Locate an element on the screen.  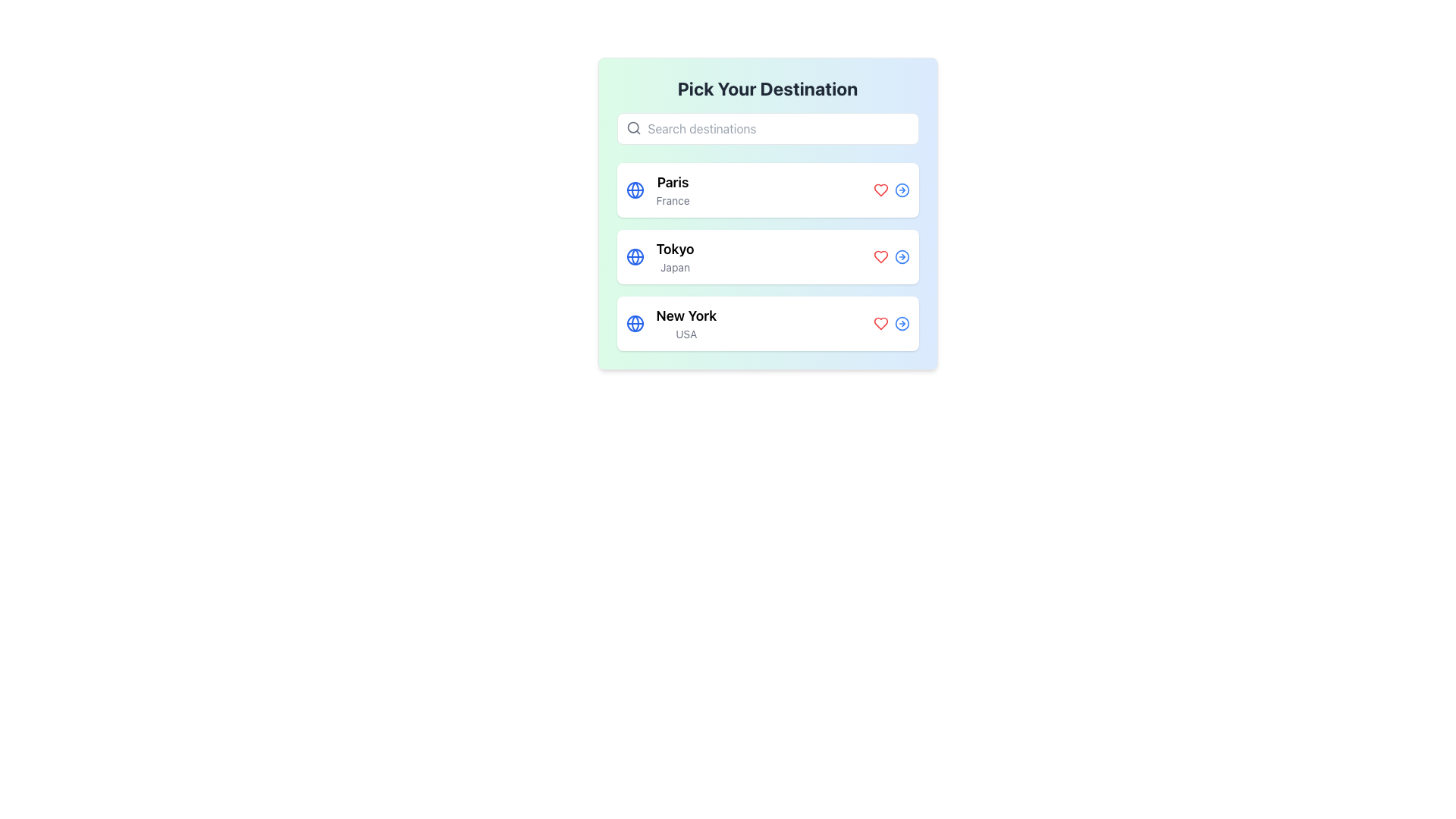
text information from the Label displaying 'Tokyo' in a bold font, located in the middle item of the vertical list of destinations, below the header 'Pick Your Destination' is located at coordinates (674, 256).